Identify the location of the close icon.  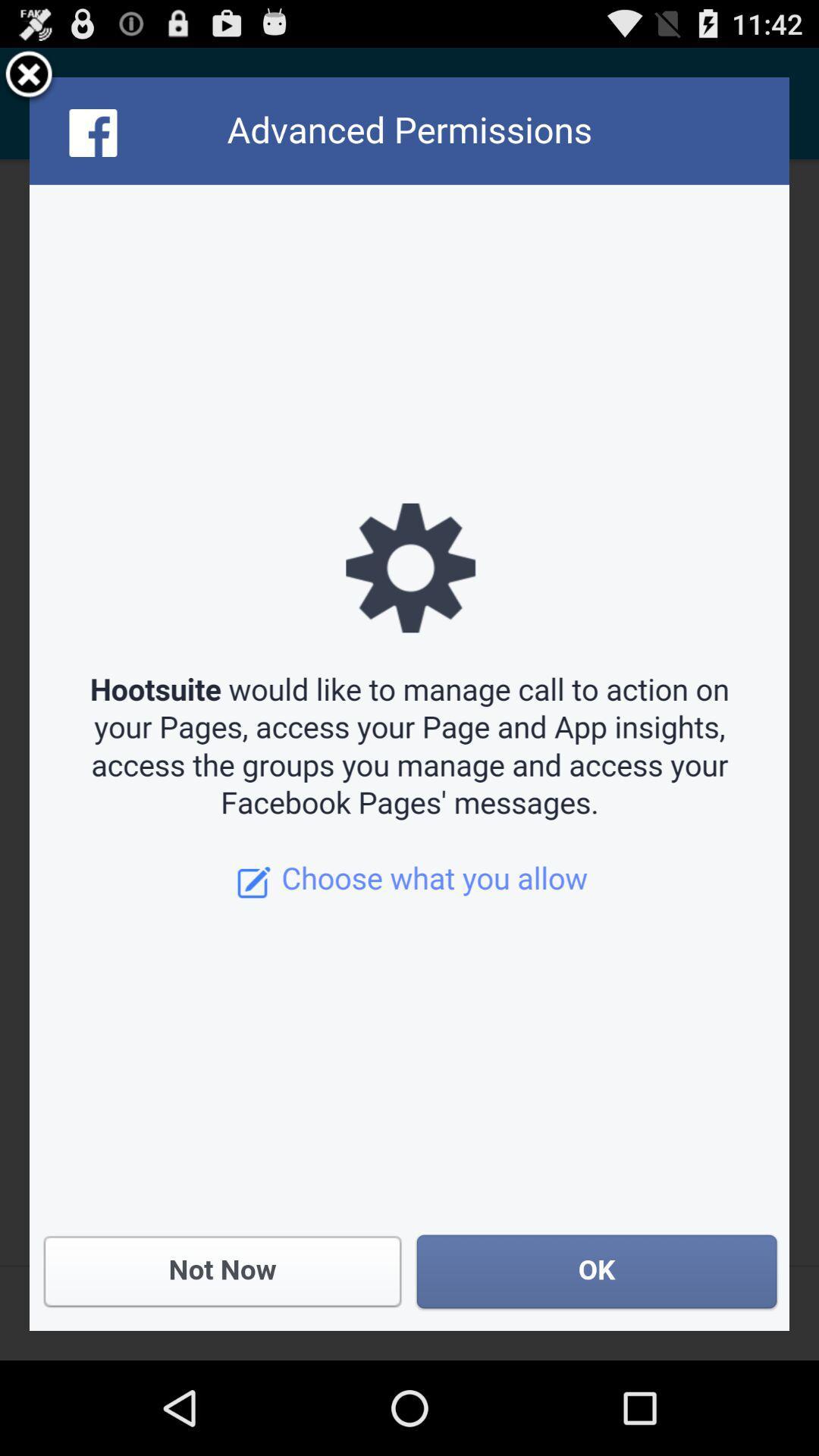
(29, 81).